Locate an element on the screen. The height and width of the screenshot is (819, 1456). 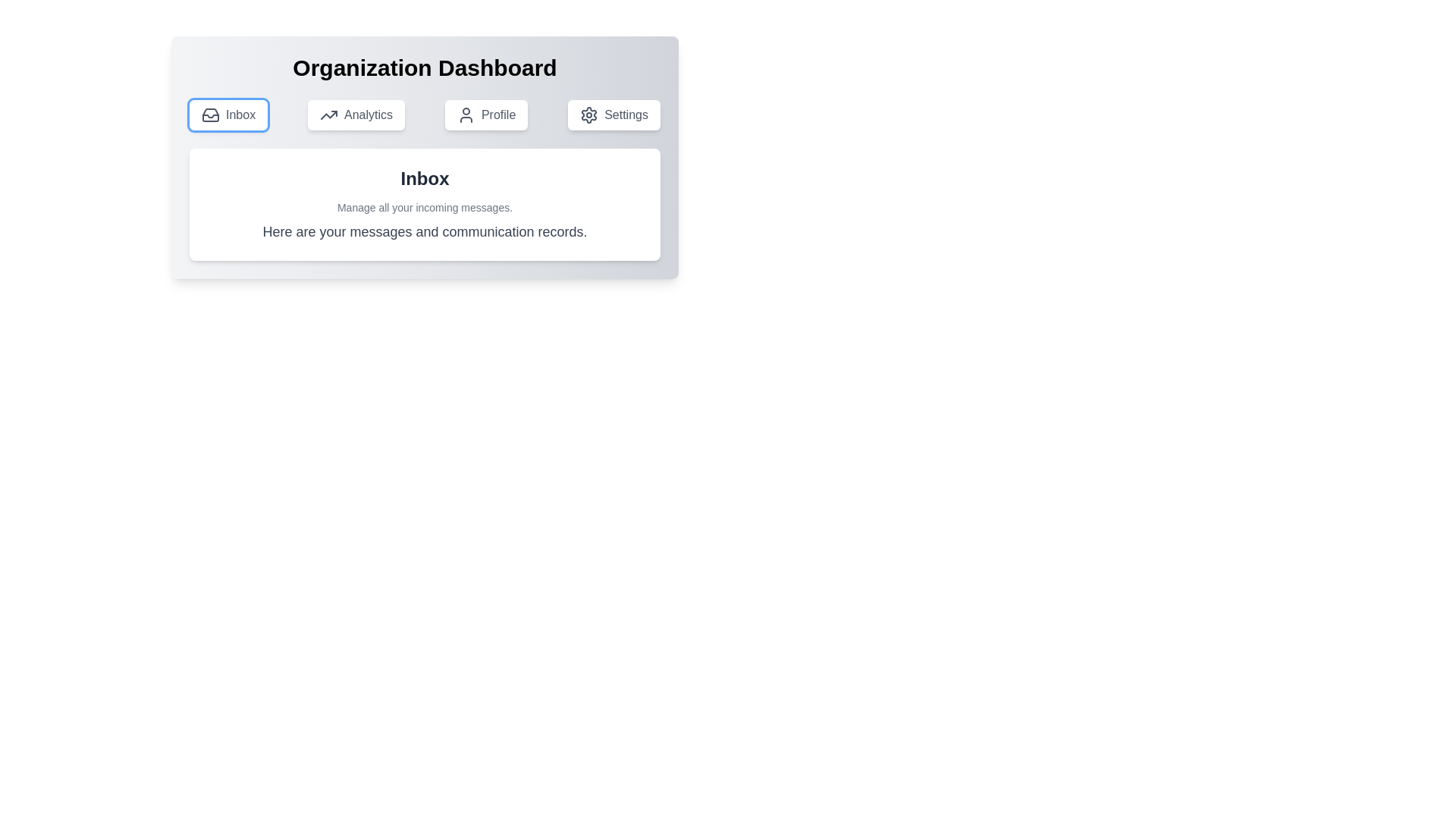
the 'Settings' text label located next to the gear icon in the upper right section of the dashboard interface is located at coordinates (626, 114).